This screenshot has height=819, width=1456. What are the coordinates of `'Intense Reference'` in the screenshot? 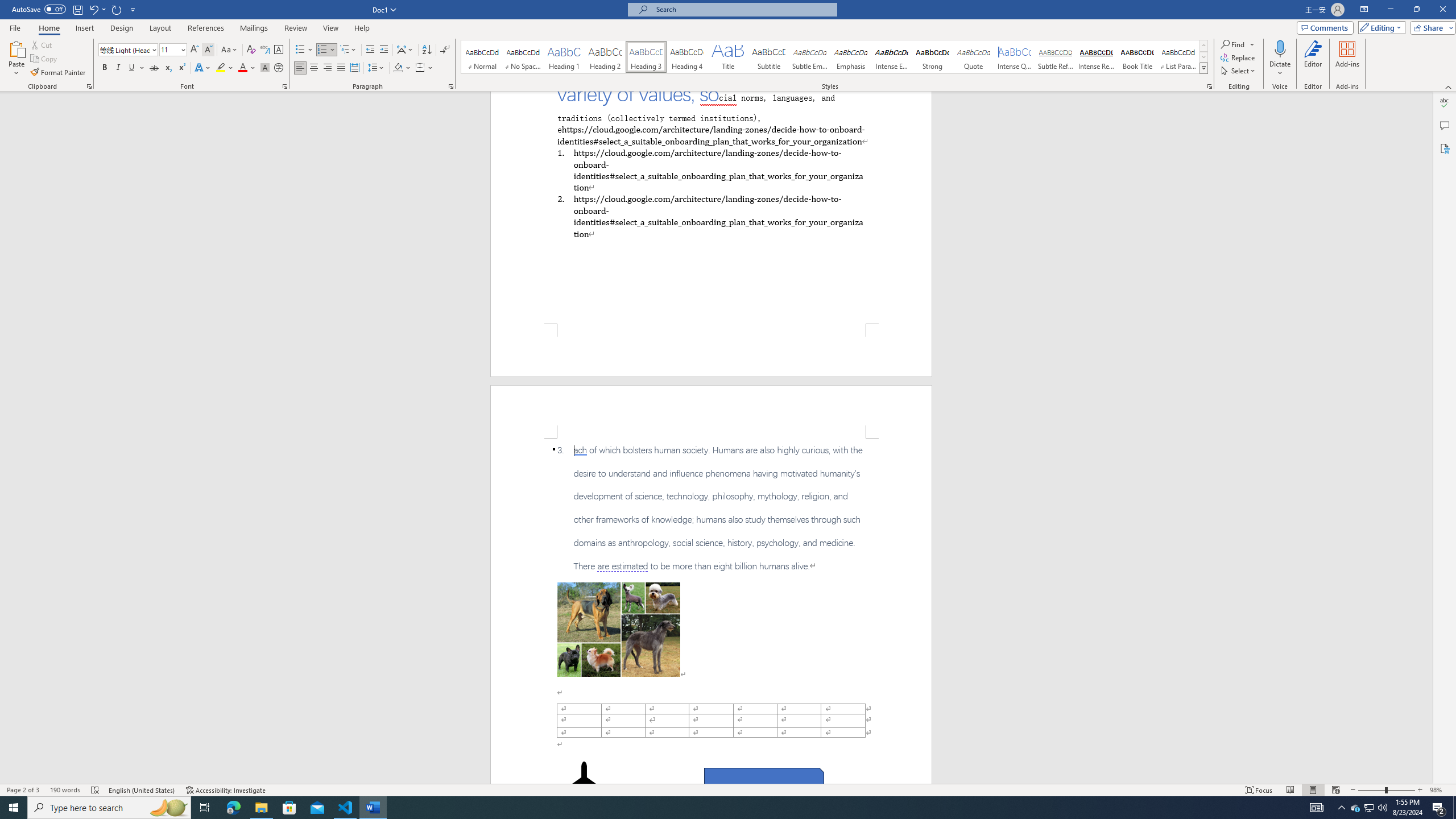 It's located at (1096, 56).